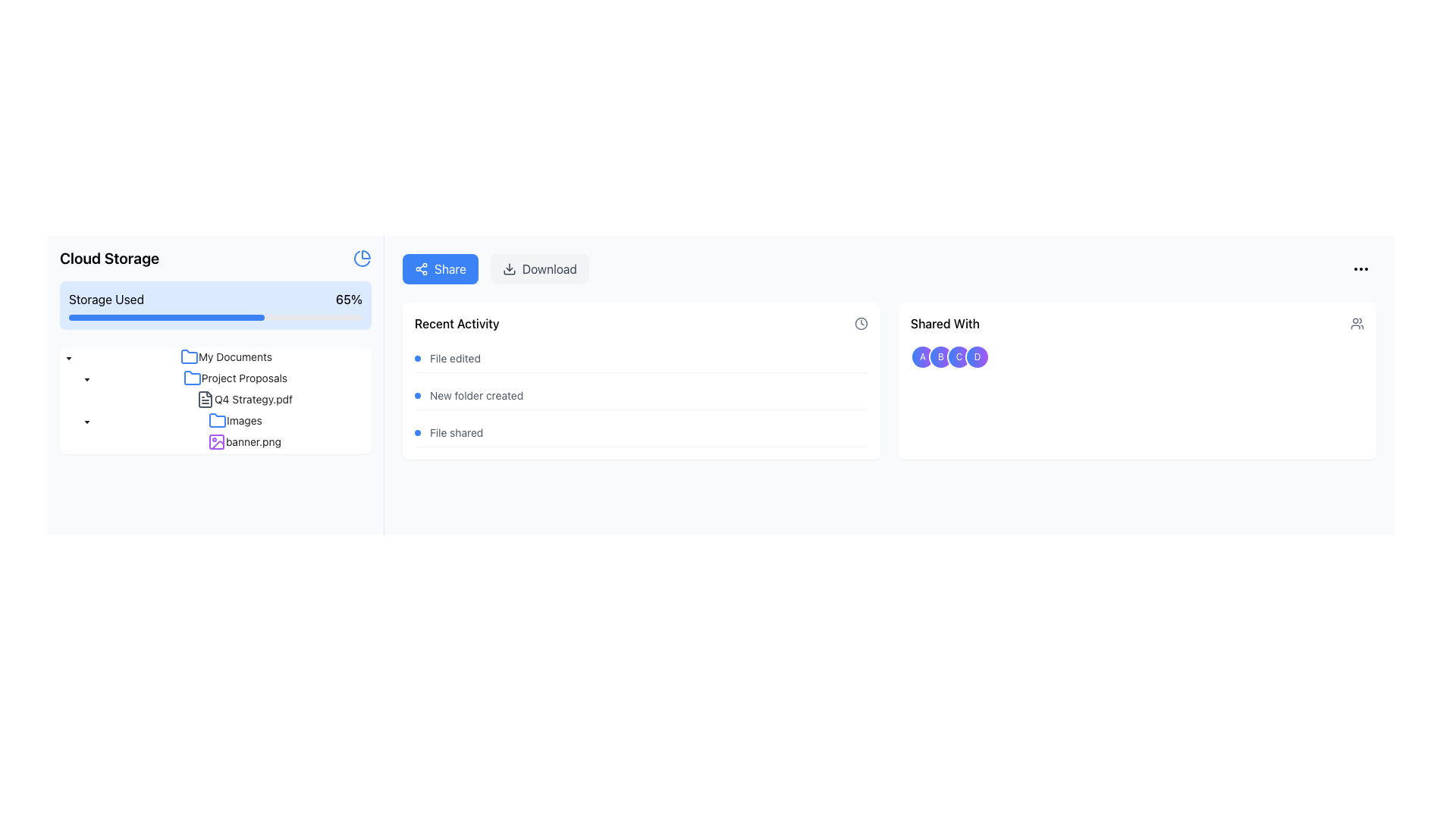 The height and width of the screenshot is (819, 1456). Describe the element at coordinates (509, 268) in the screenshot. I see `the download icon located within the 'Download' button at the top-center of the interface, next to the 'Share' button` at that location.